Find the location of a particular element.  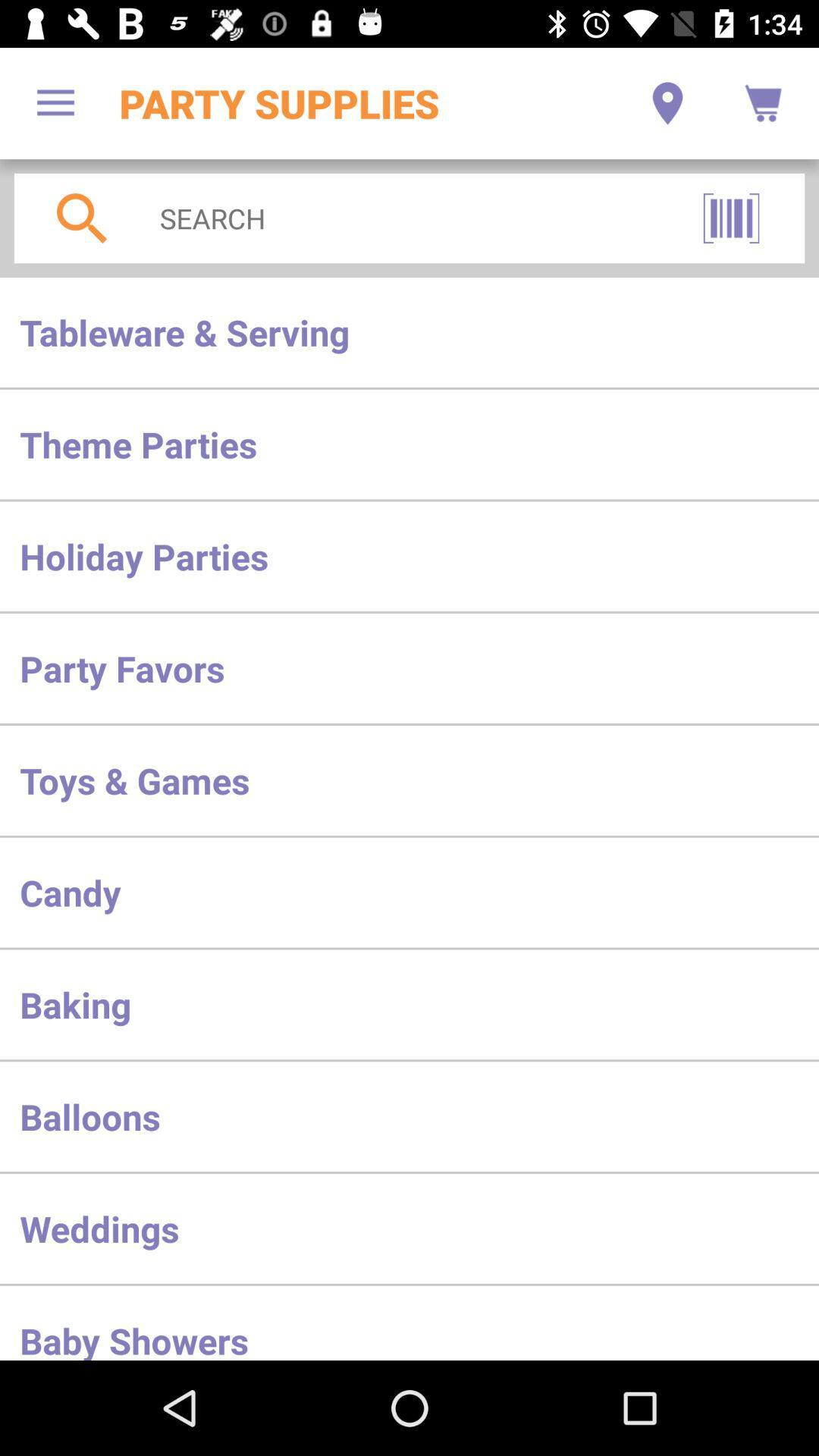

item below the party favors item is located at coordinates (409, 780).